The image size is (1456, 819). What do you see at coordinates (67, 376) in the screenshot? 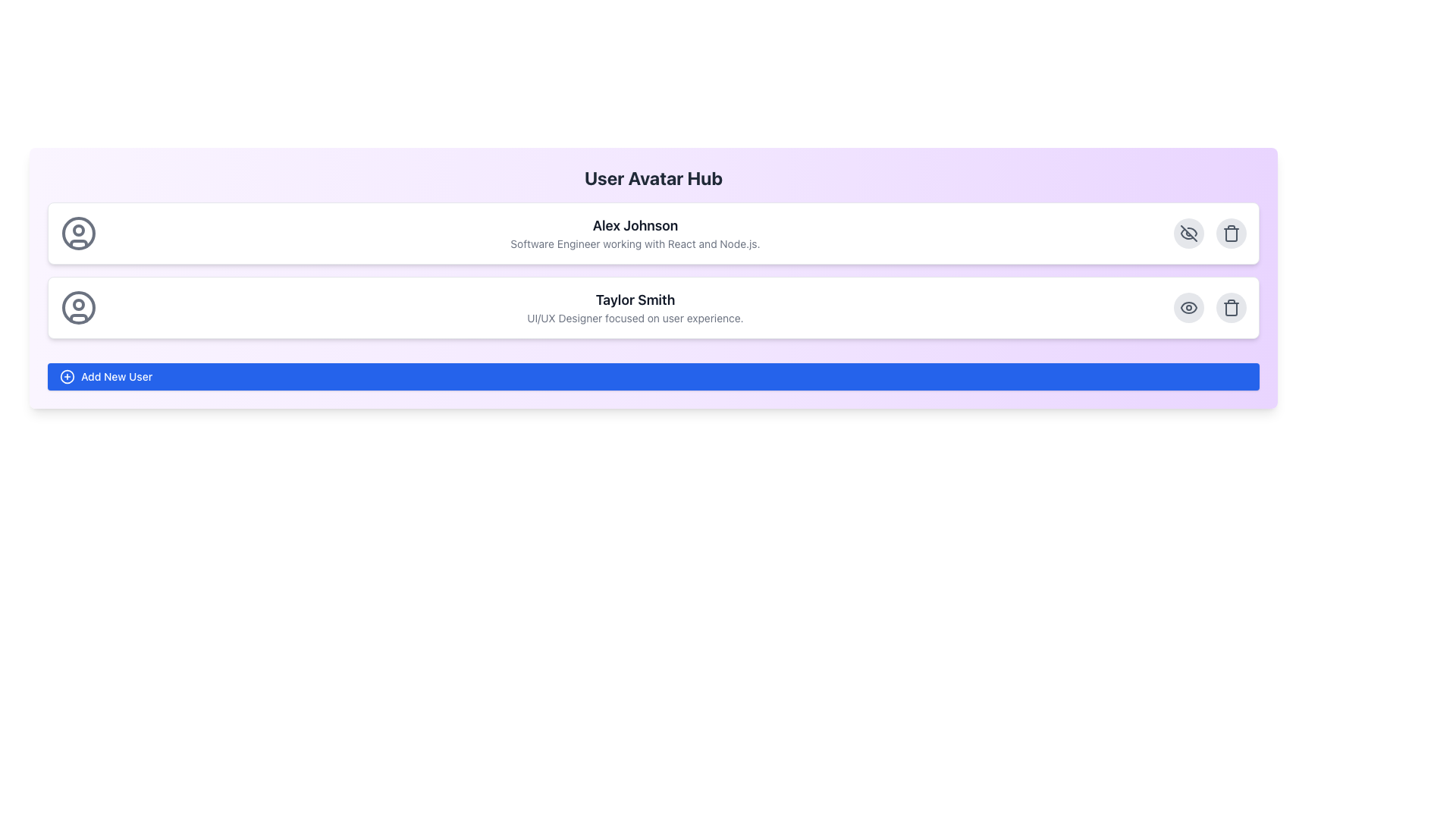
I see `the circle element of the circular plus icon in the 'Add New User' button located at the bottom-left corner of the interface` at bounding box center [67, 376].